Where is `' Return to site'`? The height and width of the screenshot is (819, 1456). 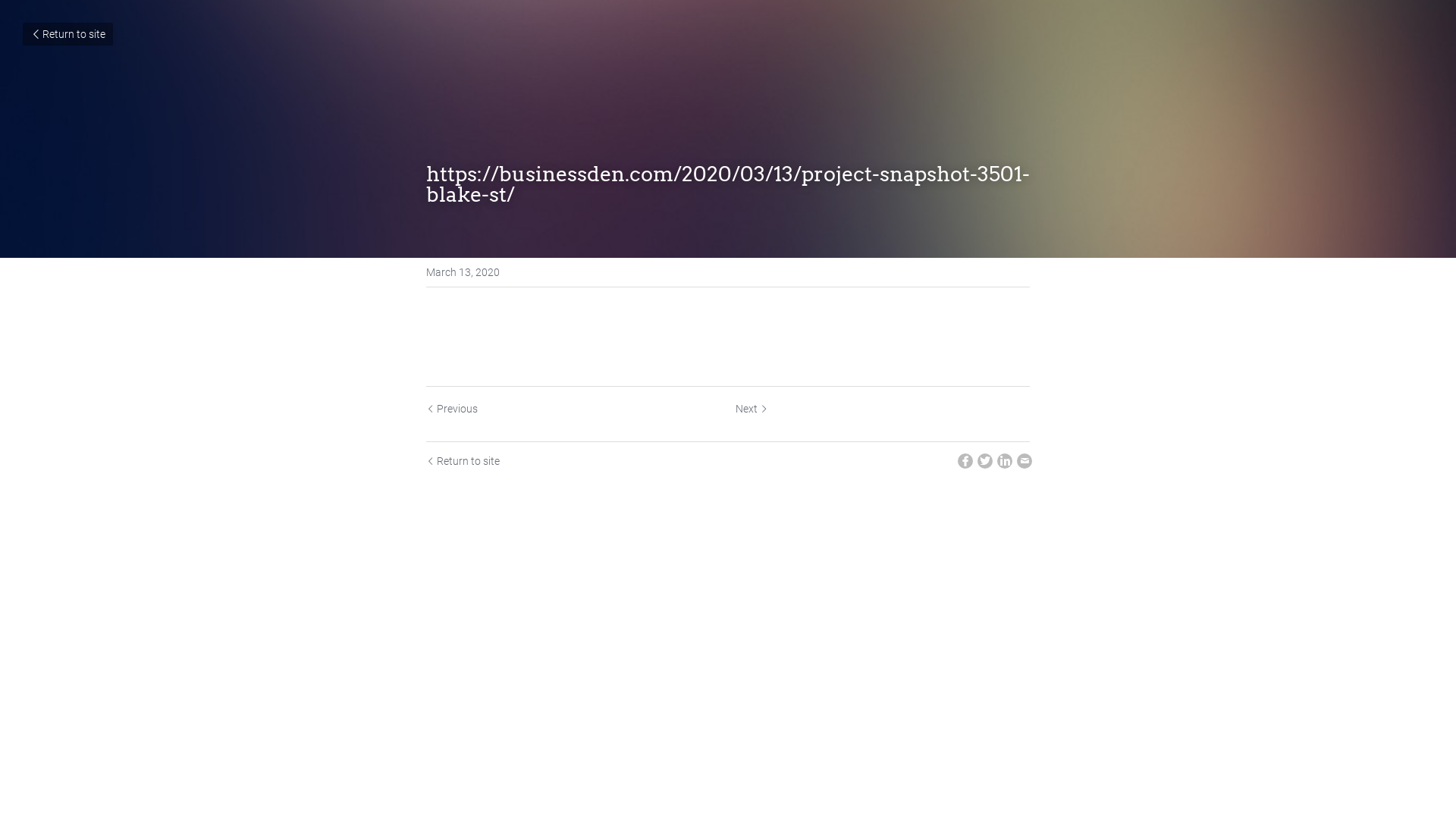 ' Return to site' is located at coordinates (462, 461).